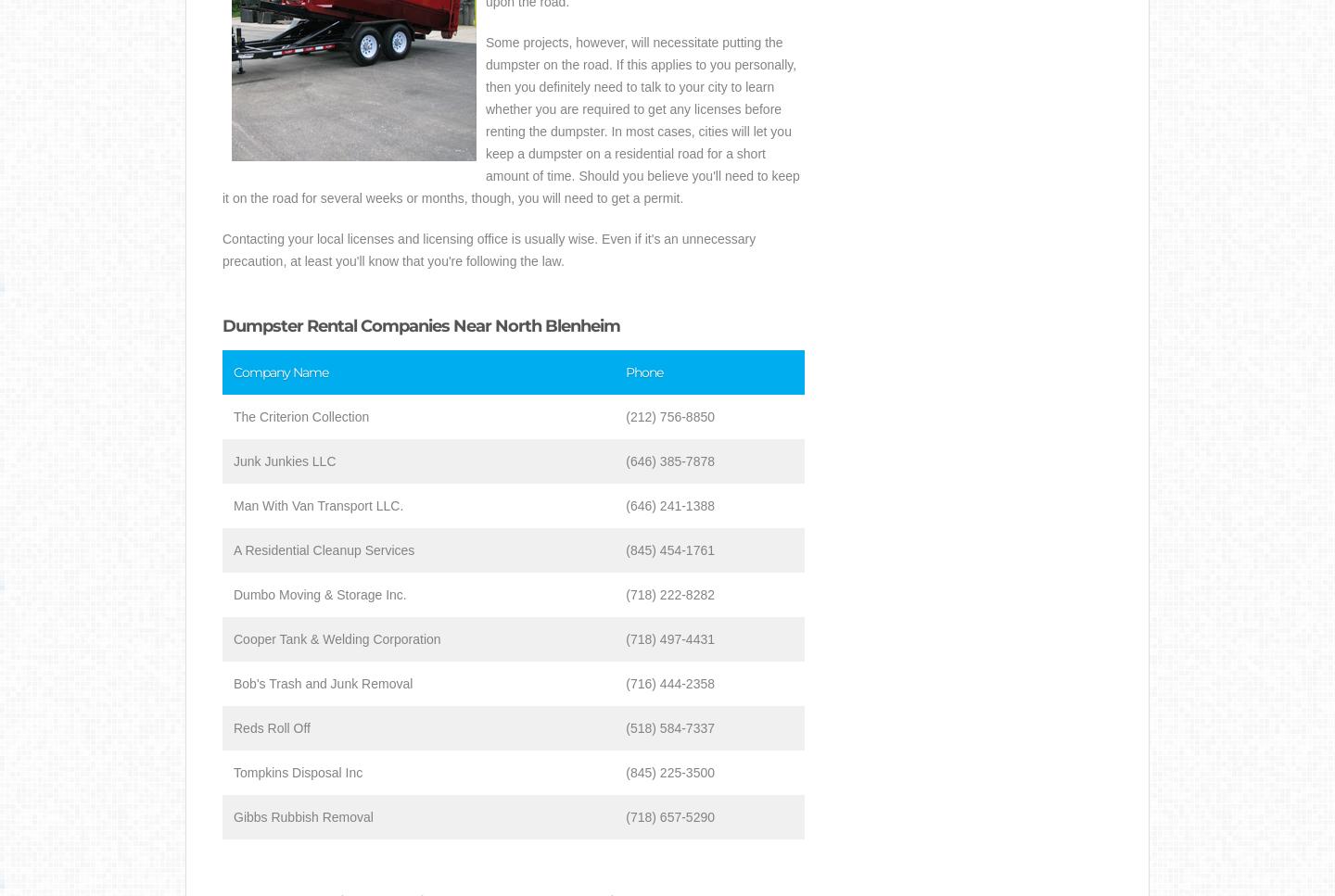  What do you see at coordinates (303, 816) in the screenshot?
I see `'Gibbs Rubbish Removal'` at bounding box center [303, 816].